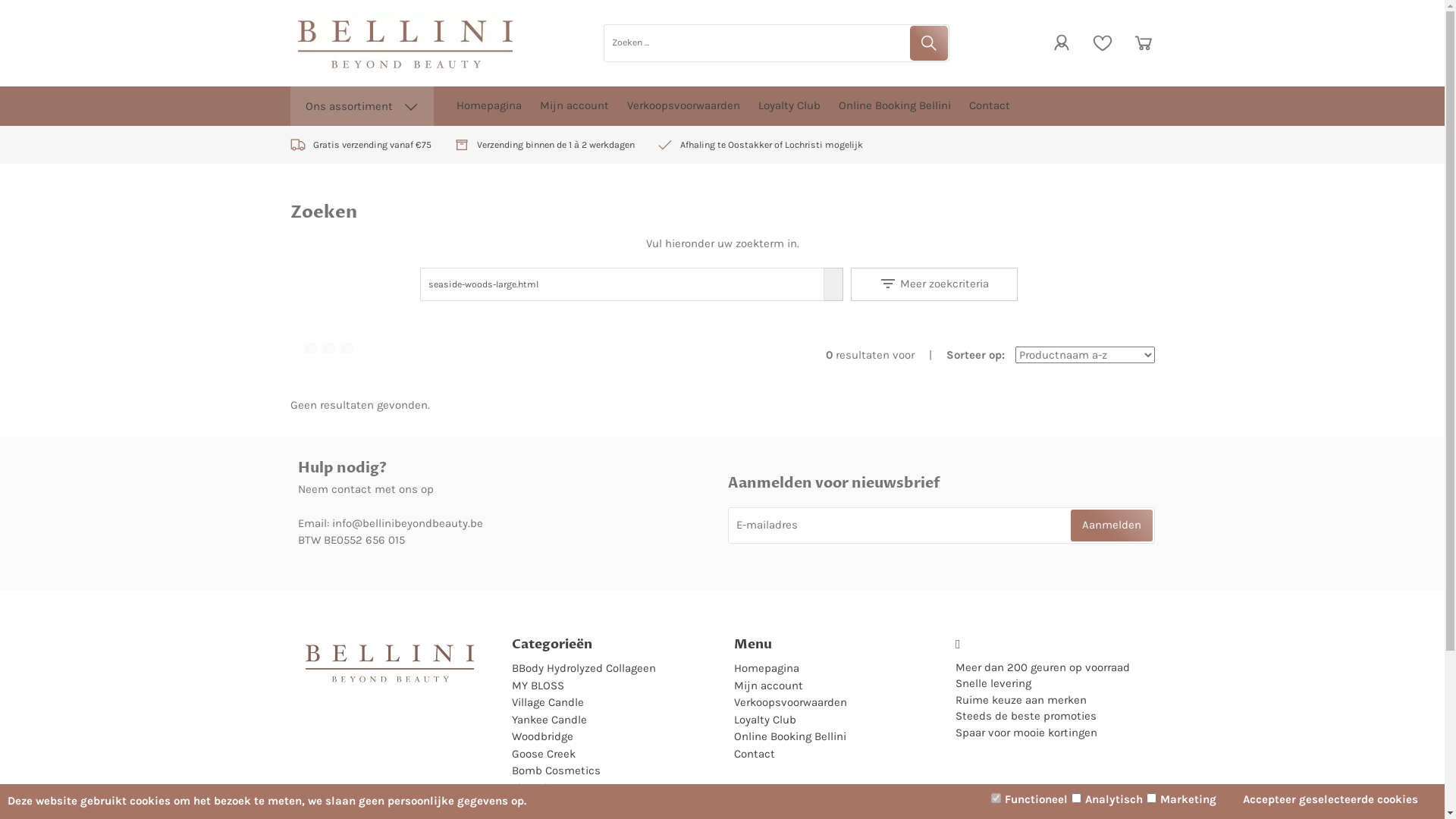  I want to click on 'BBody Hydrolyzed Collageen', so click(582, 667).